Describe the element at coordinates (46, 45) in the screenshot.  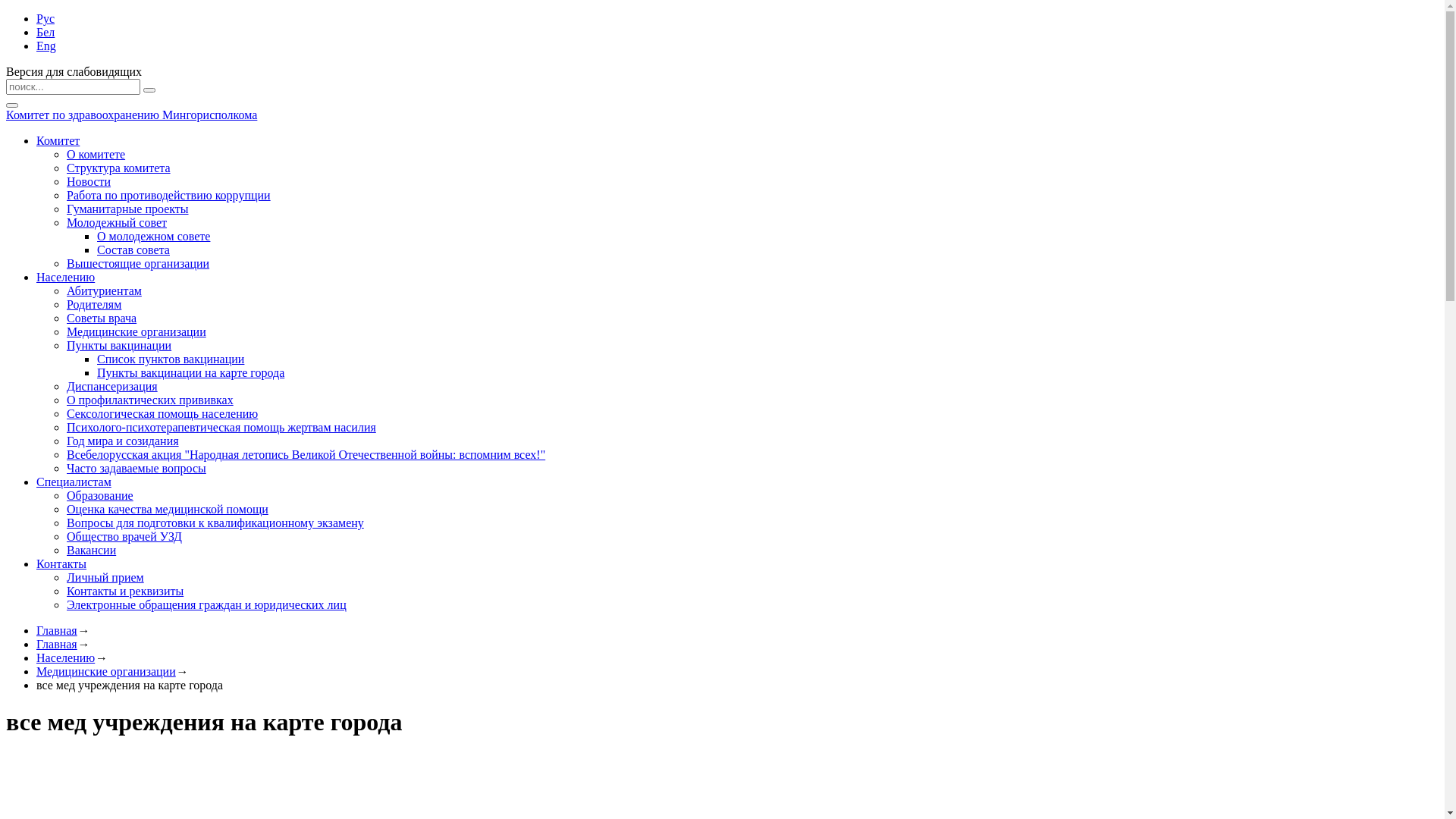
I see `'Eng'` at that location.